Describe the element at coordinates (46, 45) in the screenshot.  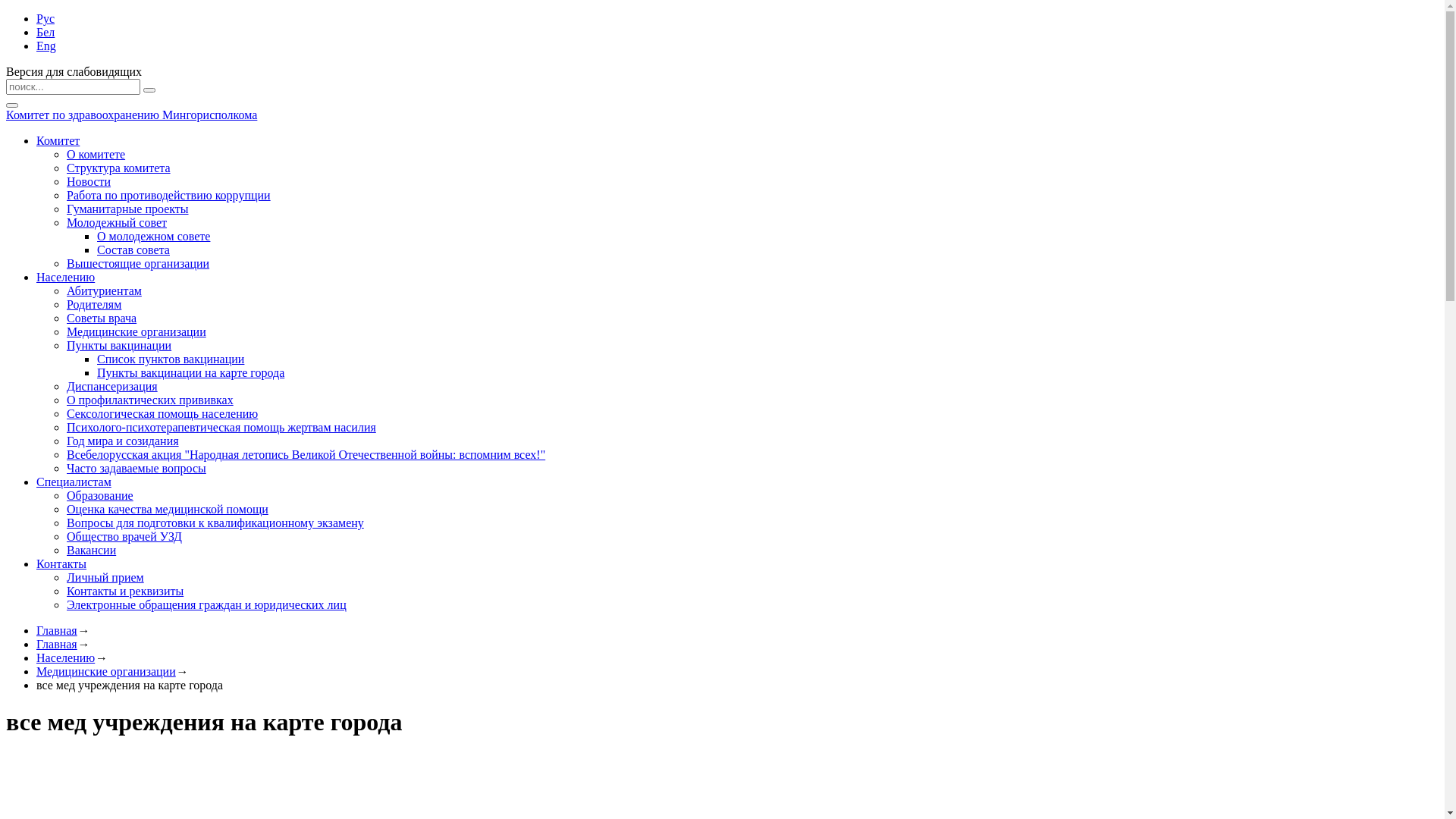
I see `'Eng'` at that location.